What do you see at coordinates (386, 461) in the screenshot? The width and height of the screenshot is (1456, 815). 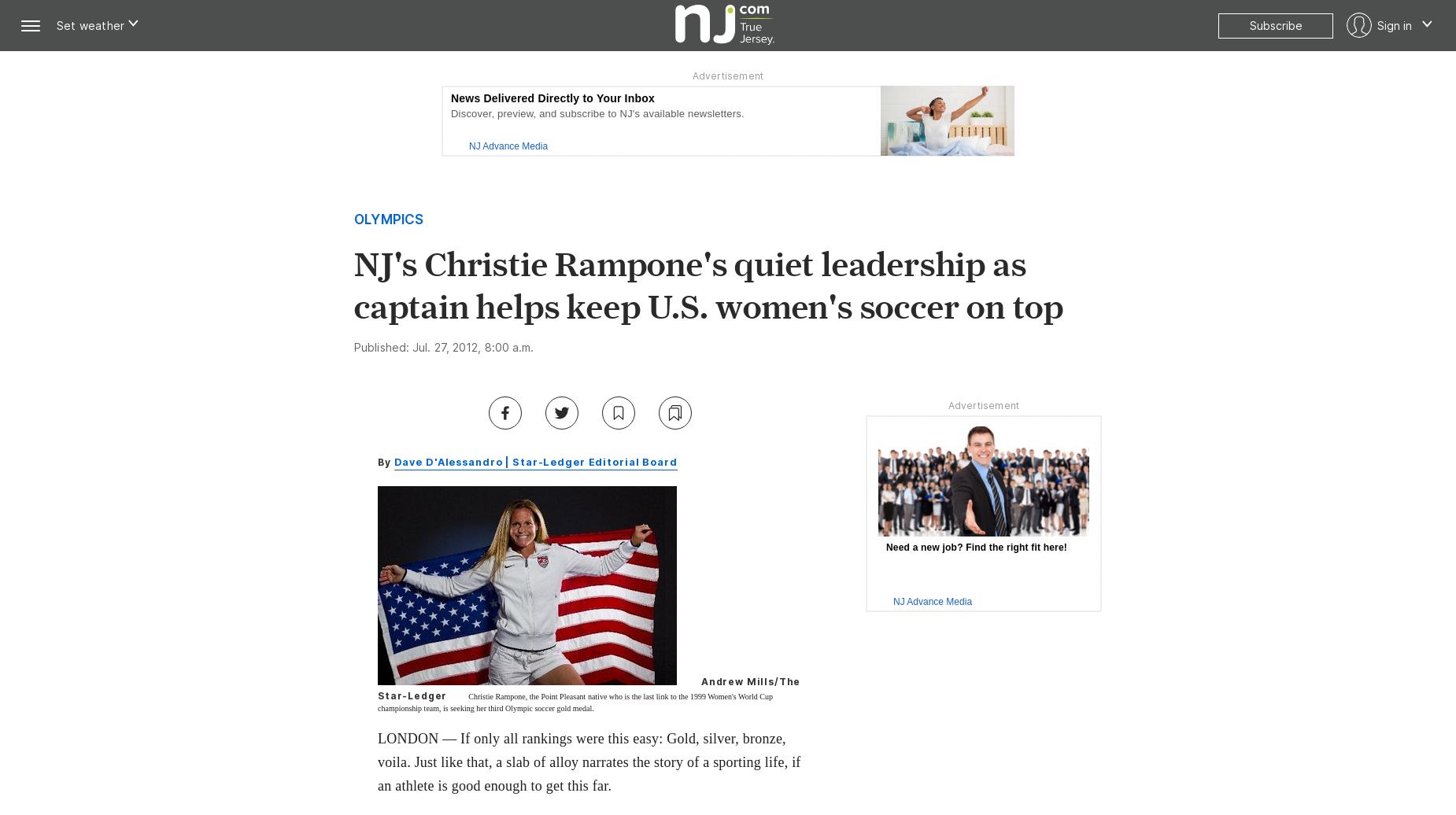 I see `'By'` at bounding box center [386, 461].